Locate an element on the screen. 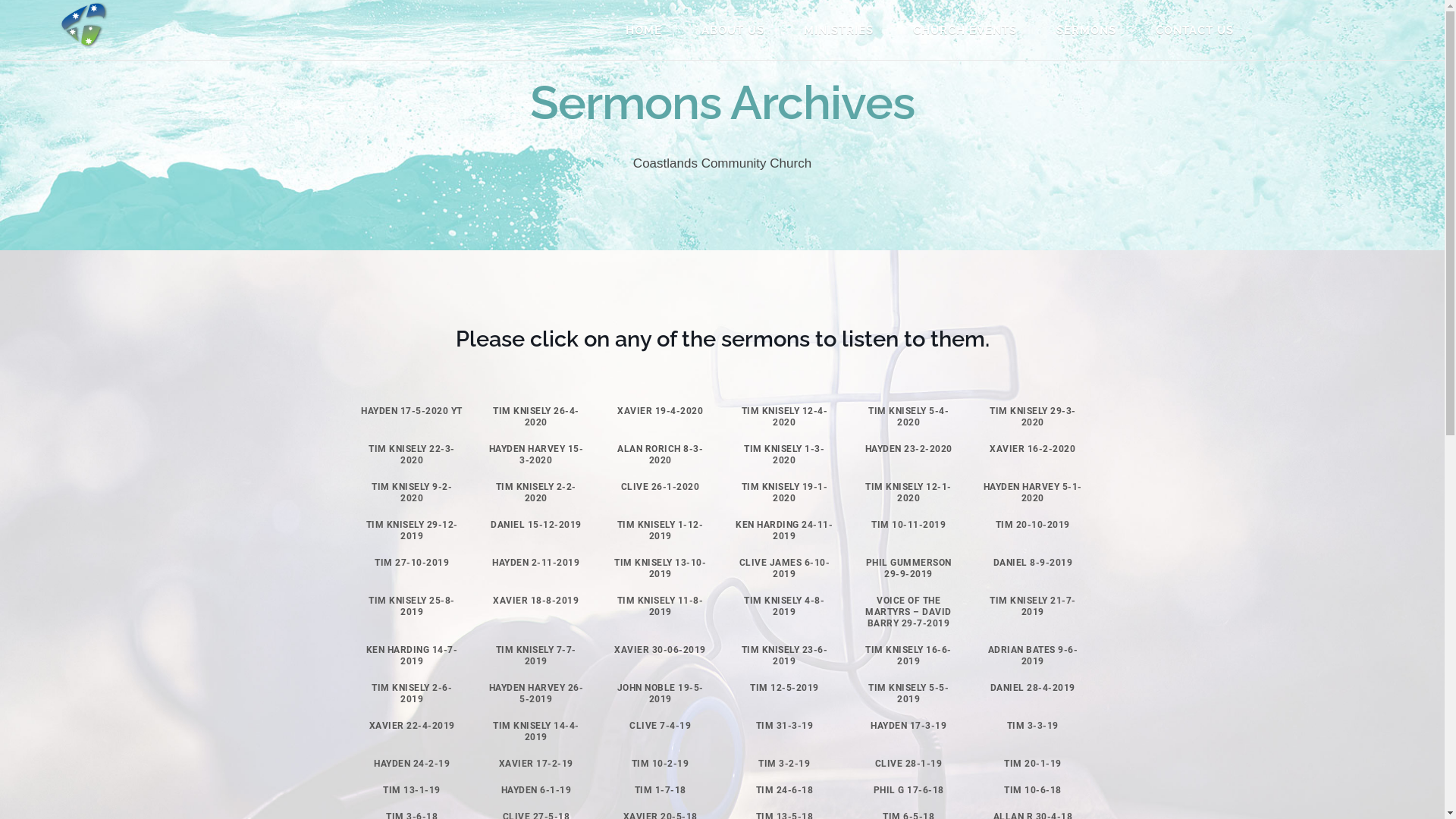 The height and width of the screenshot is (819, 1456). 'HAYDEN HARVEY 15-3-2020' is located at coordinates (536, 453).